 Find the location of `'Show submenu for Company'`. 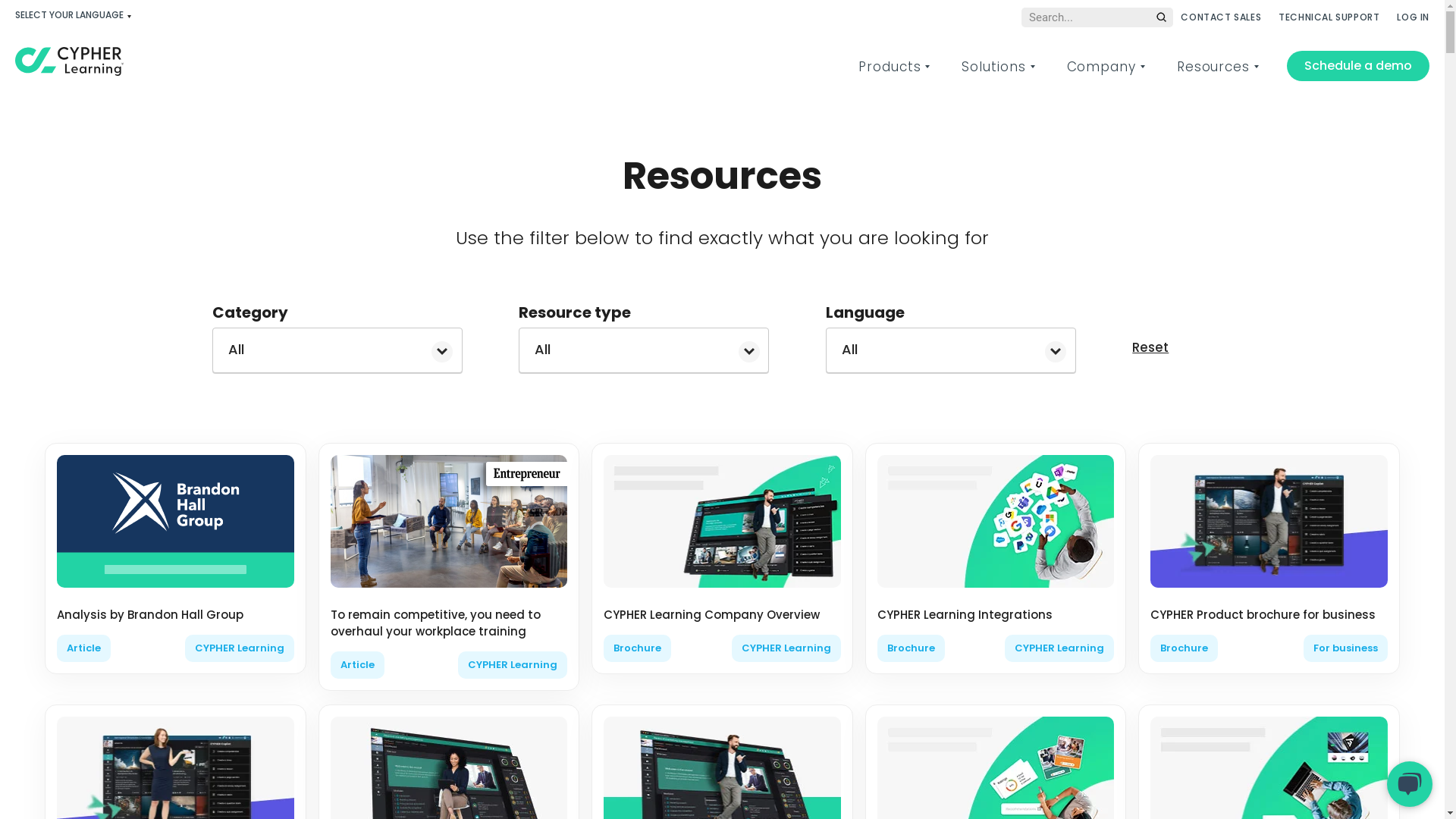

'Show submenu for Company' is located at coordinates (1142, 66).